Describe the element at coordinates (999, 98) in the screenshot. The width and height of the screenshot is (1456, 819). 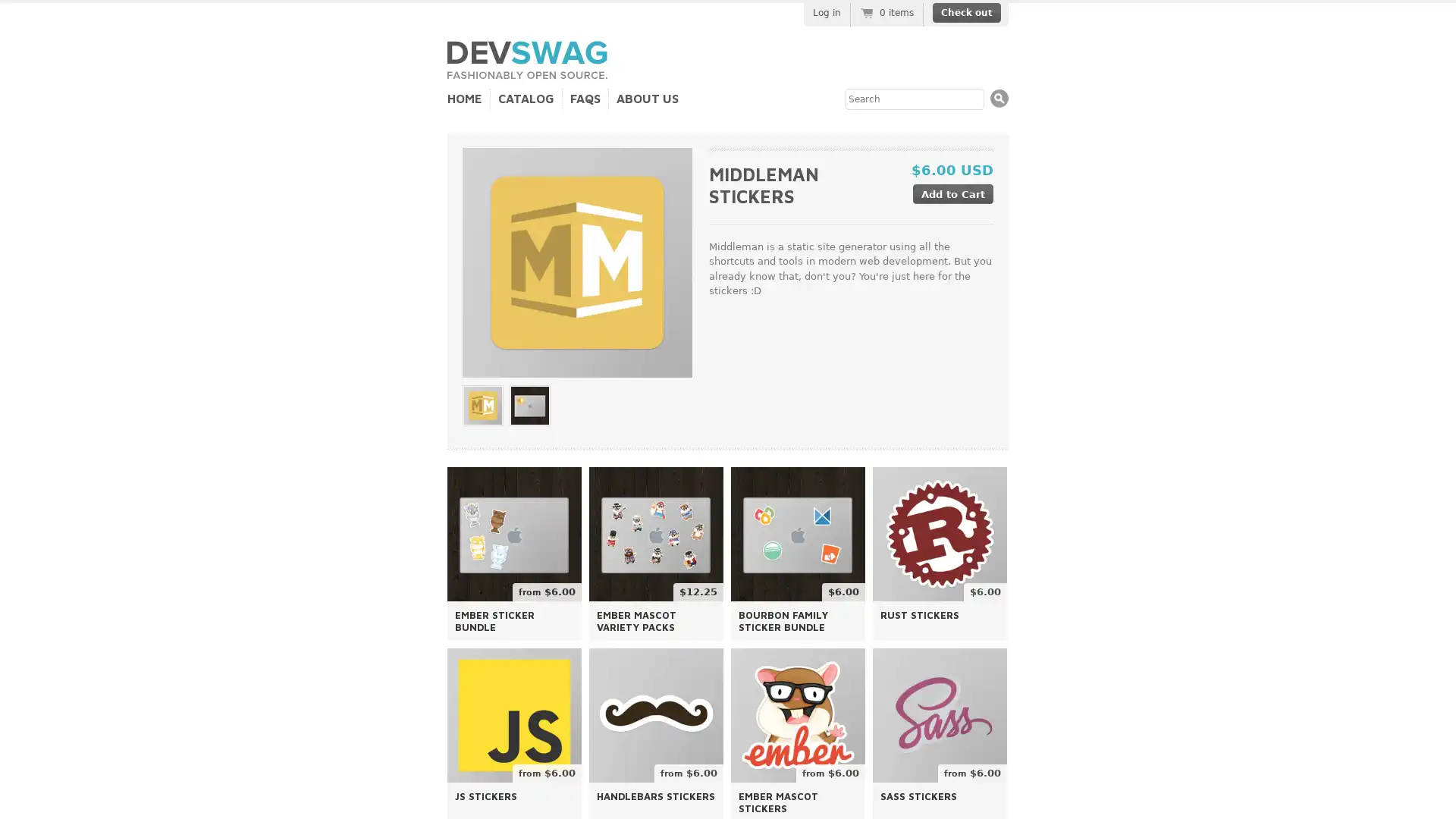
I see `Search` at that location.